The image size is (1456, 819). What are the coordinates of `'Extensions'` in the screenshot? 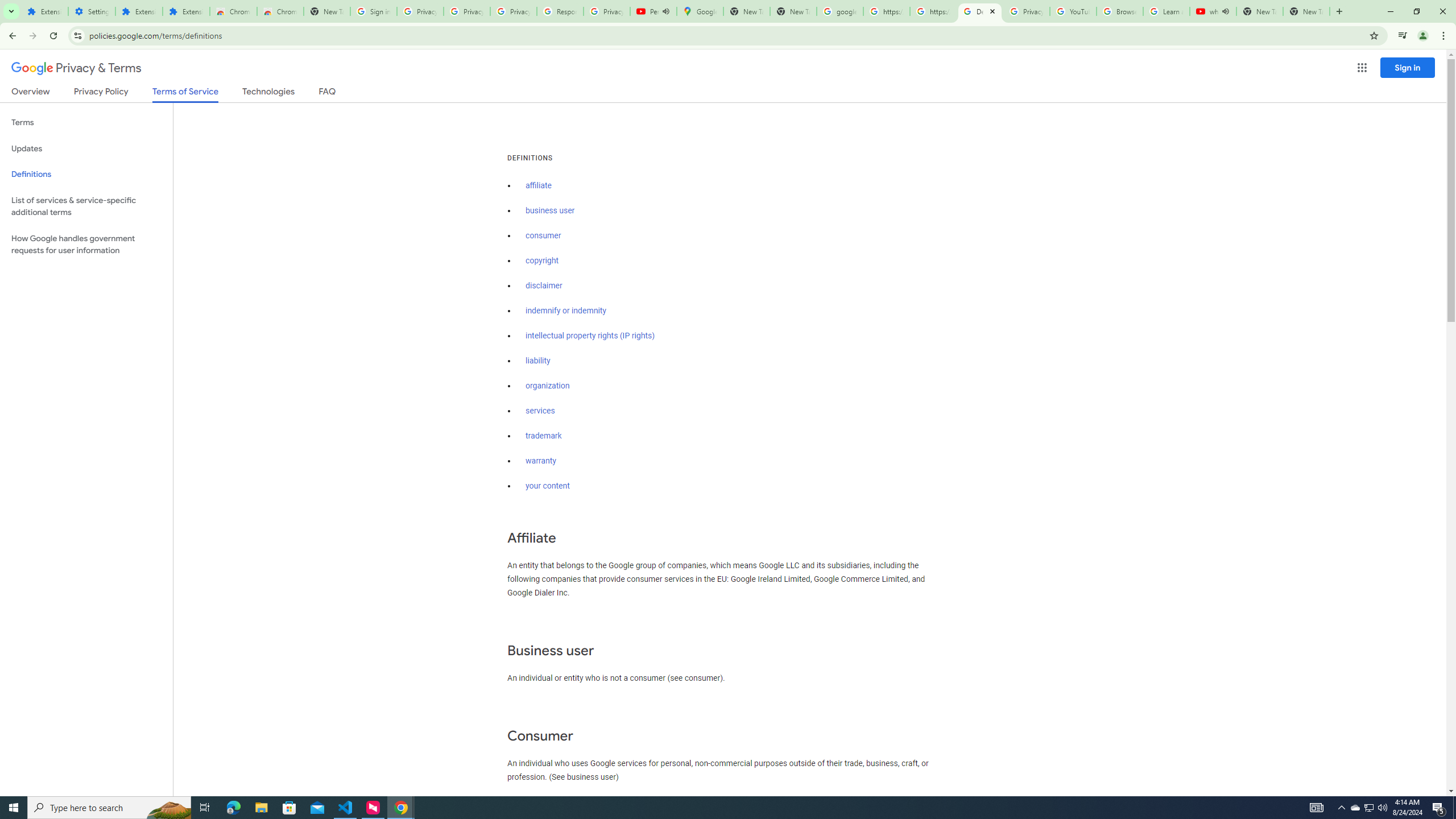 It's located at (44, 11).